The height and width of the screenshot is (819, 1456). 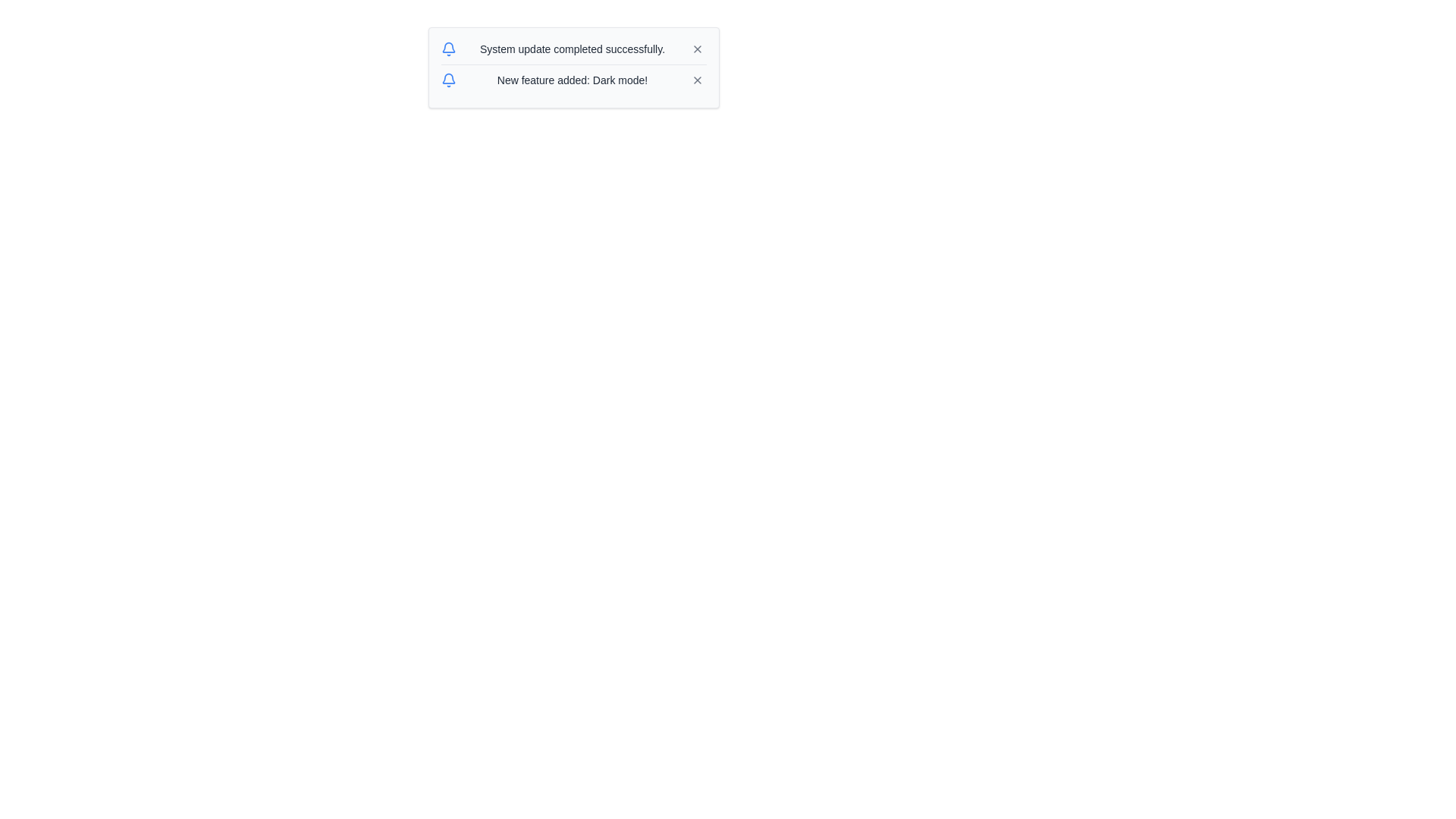 I want to click on the bell icon located at the far left of the row that contains the text 'System update completed successfully' for actions related to notifications, so click(x=447, y=49).